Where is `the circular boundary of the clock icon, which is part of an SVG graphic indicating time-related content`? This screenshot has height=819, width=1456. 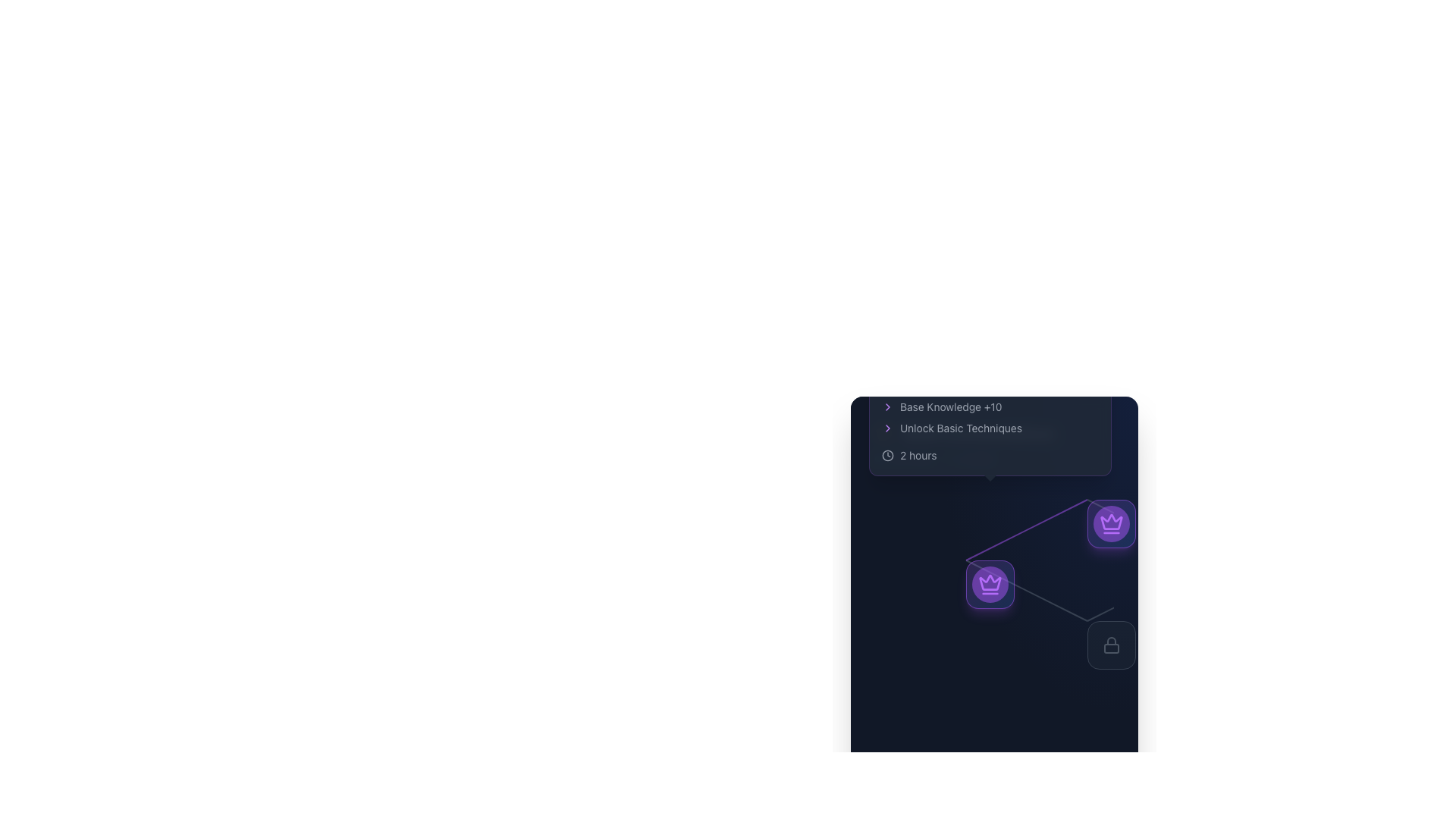 the circular boundary of the clock icon, which is part of an SVG graphic indicating time-related content is located at coordinates (888, 455).